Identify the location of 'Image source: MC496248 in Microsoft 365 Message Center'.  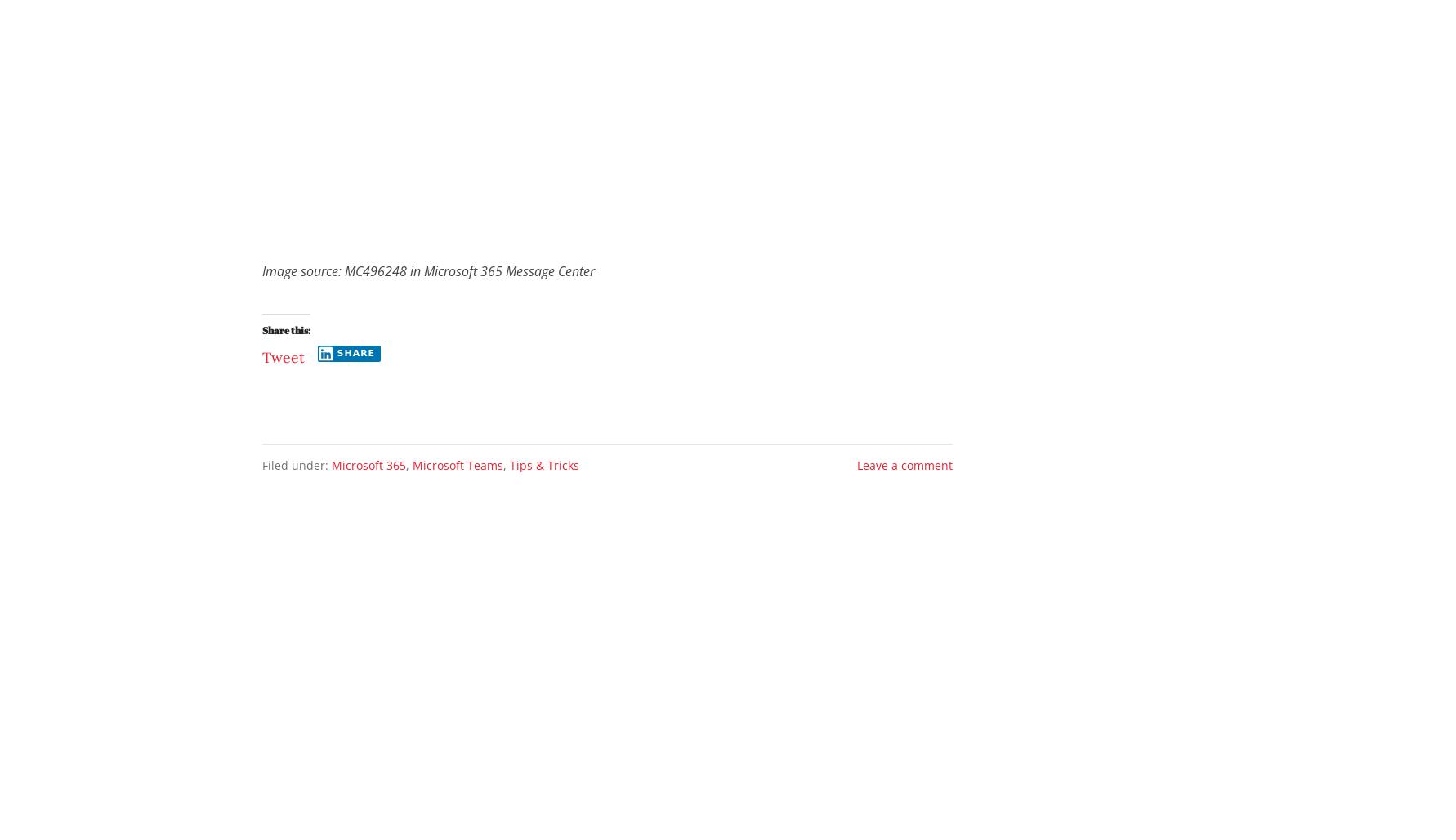
(427, 270).